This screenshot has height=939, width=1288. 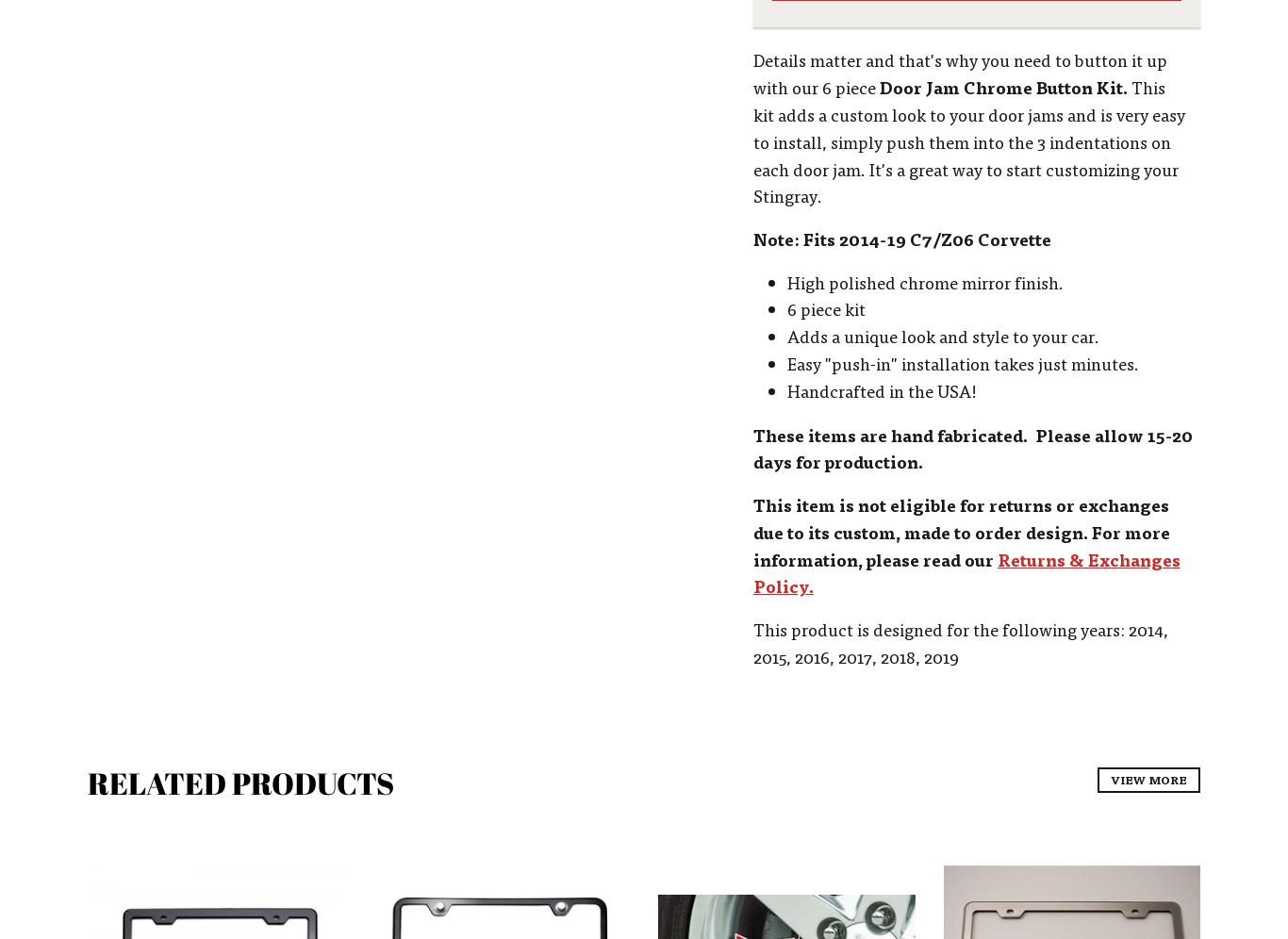 What do you see at coordinates (966, 571) in the screenshot?
I see `'Returns & Exchanges Policy.'` at bounding box center [966, 571].